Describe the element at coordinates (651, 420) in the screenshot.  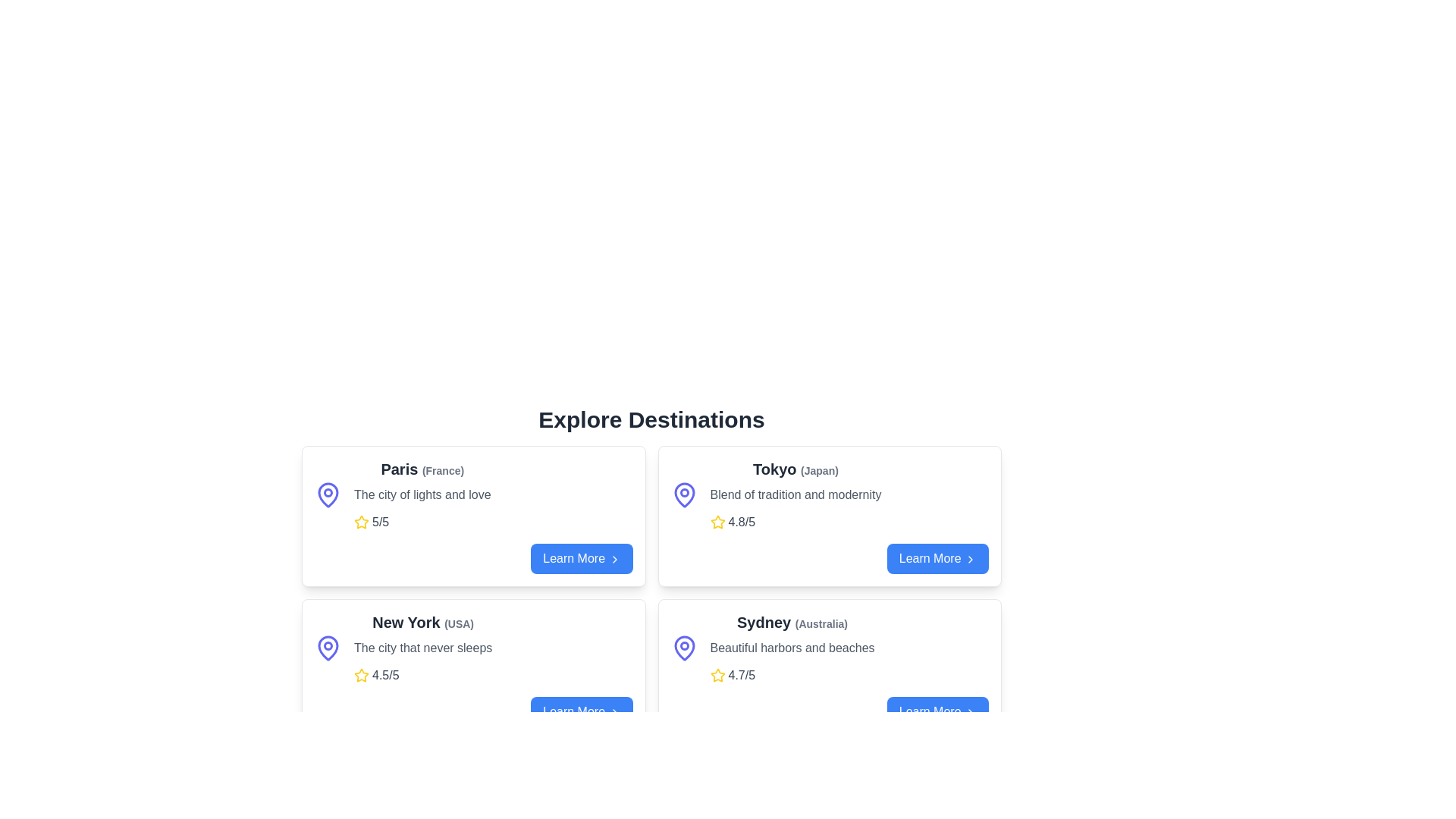
I see `the header text that indicates the content's purpose for exploring destinations, which is prominently displayed at the top-center of the grid layout` at that location.